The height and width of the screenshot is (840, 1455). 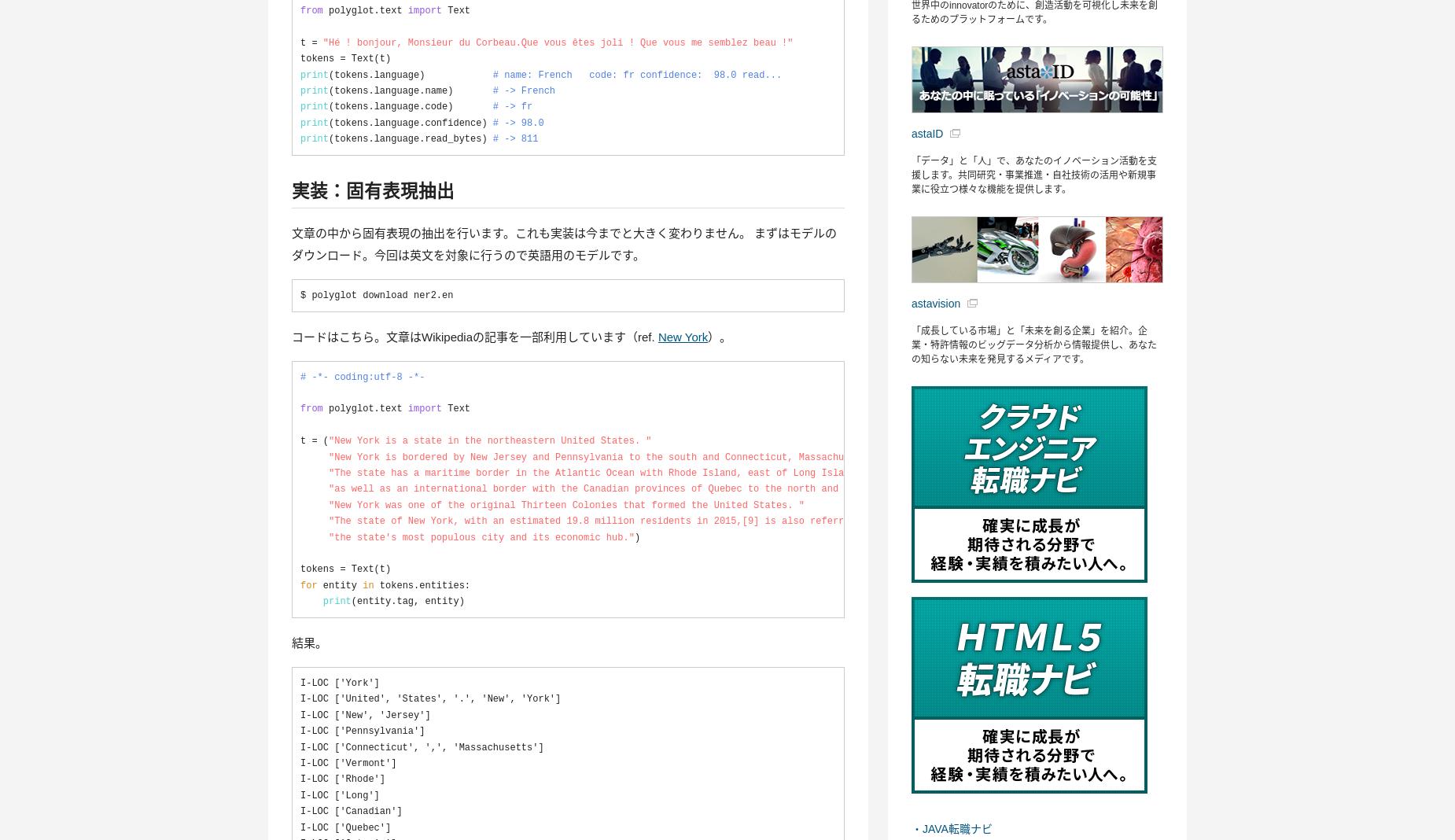 I want to click on 'tokens.entities:', so click(x=385, y=593).